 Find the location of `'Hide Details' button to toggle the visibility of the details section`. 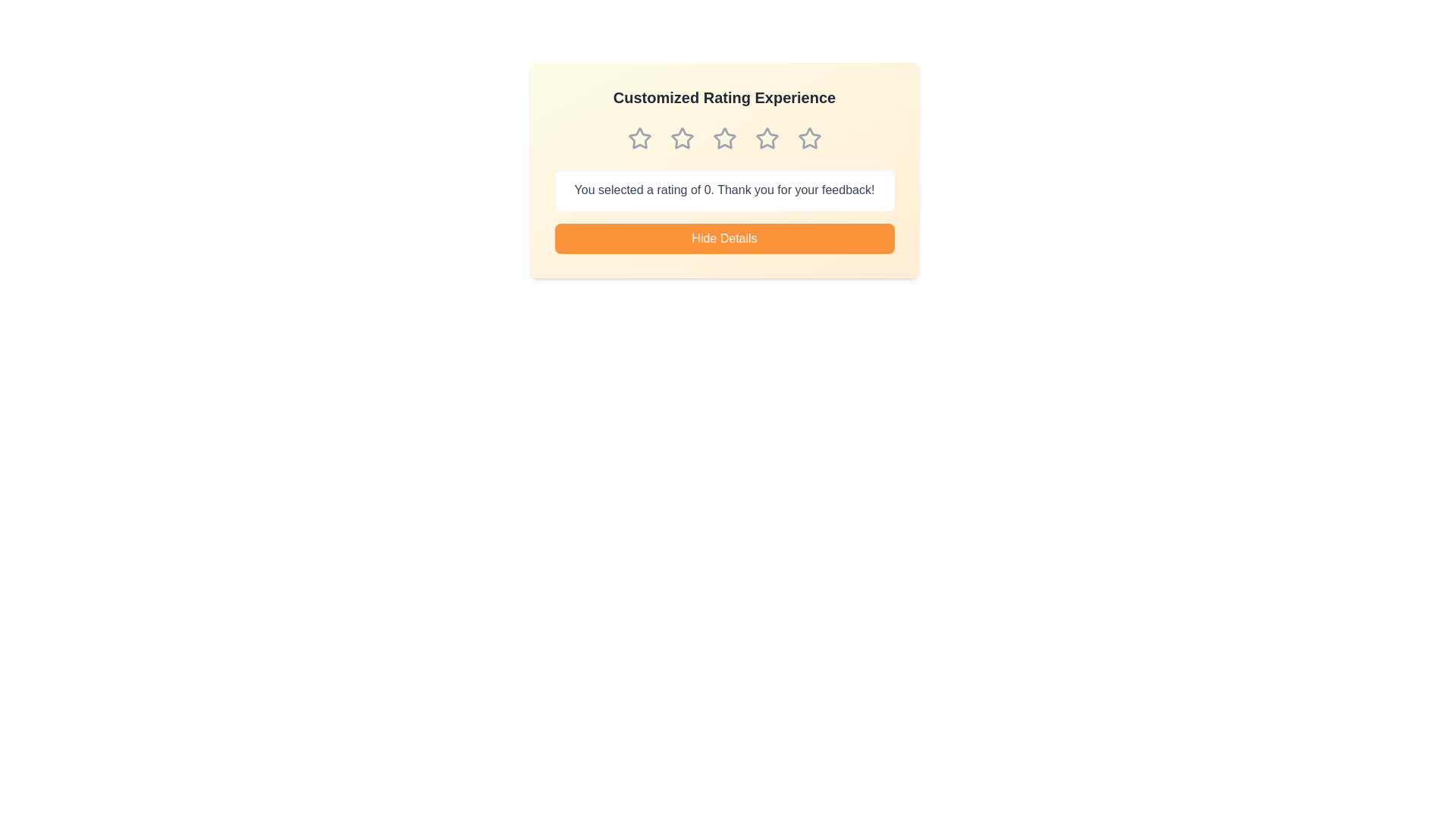

'Hide Details' button to toggle the visibility of the details section is located at coordinates (723, 239).